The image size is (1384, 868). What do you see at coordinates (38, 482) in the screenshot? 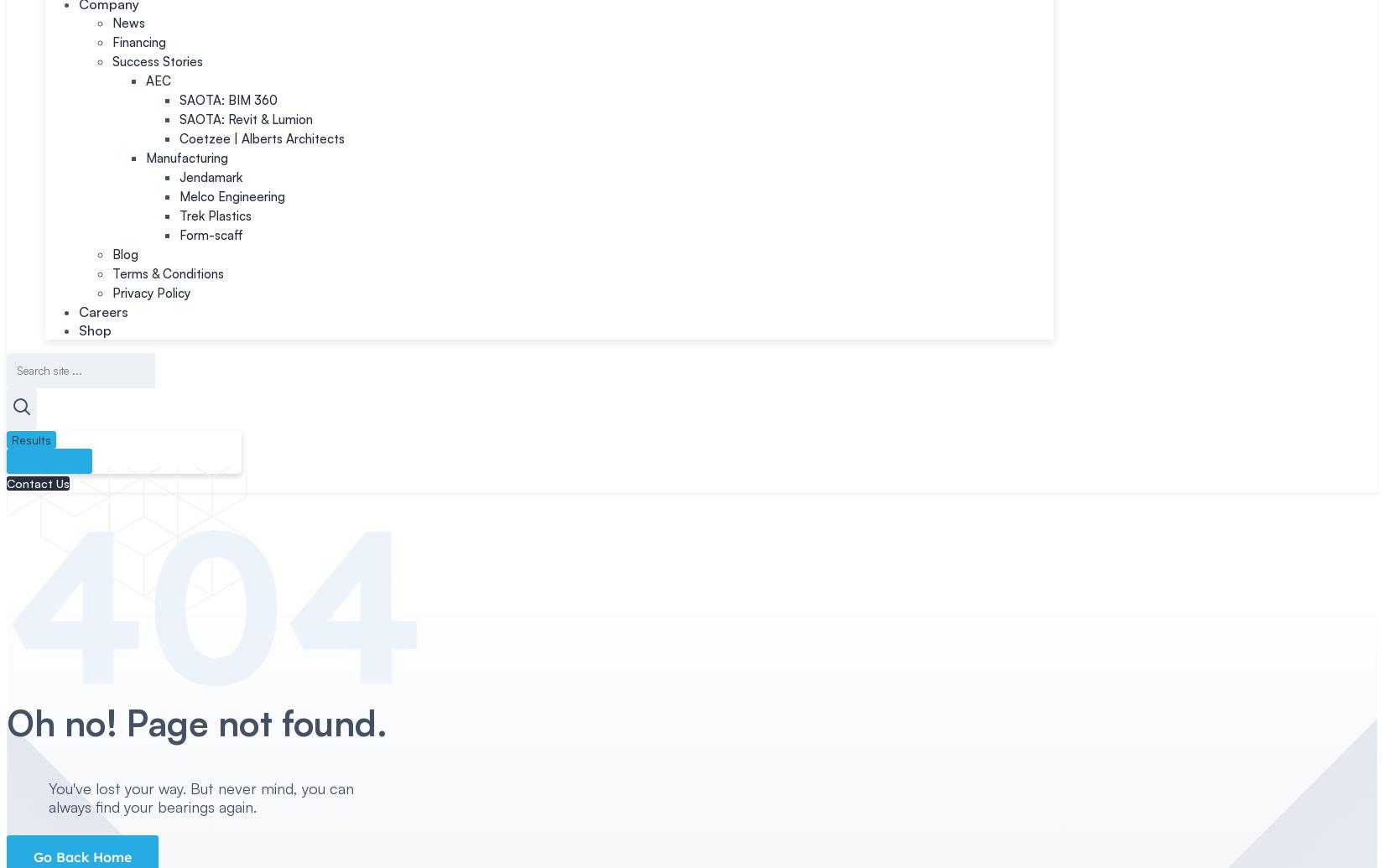
I see `'Contact Us'` at bounding box center [38, 482].